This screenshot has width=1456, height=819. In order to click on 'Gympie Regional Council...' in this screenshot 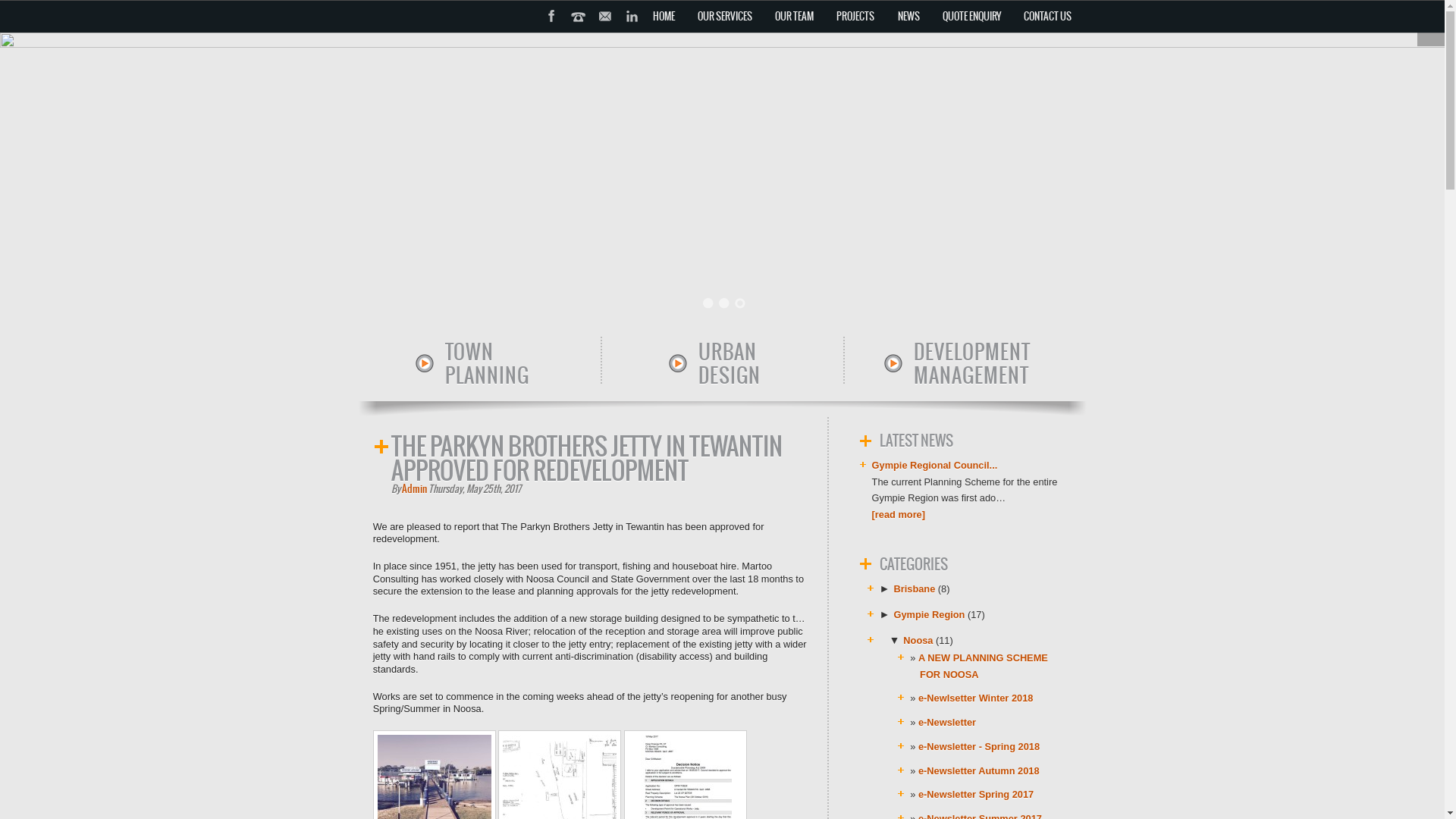, I will do `click(934, 464)`.